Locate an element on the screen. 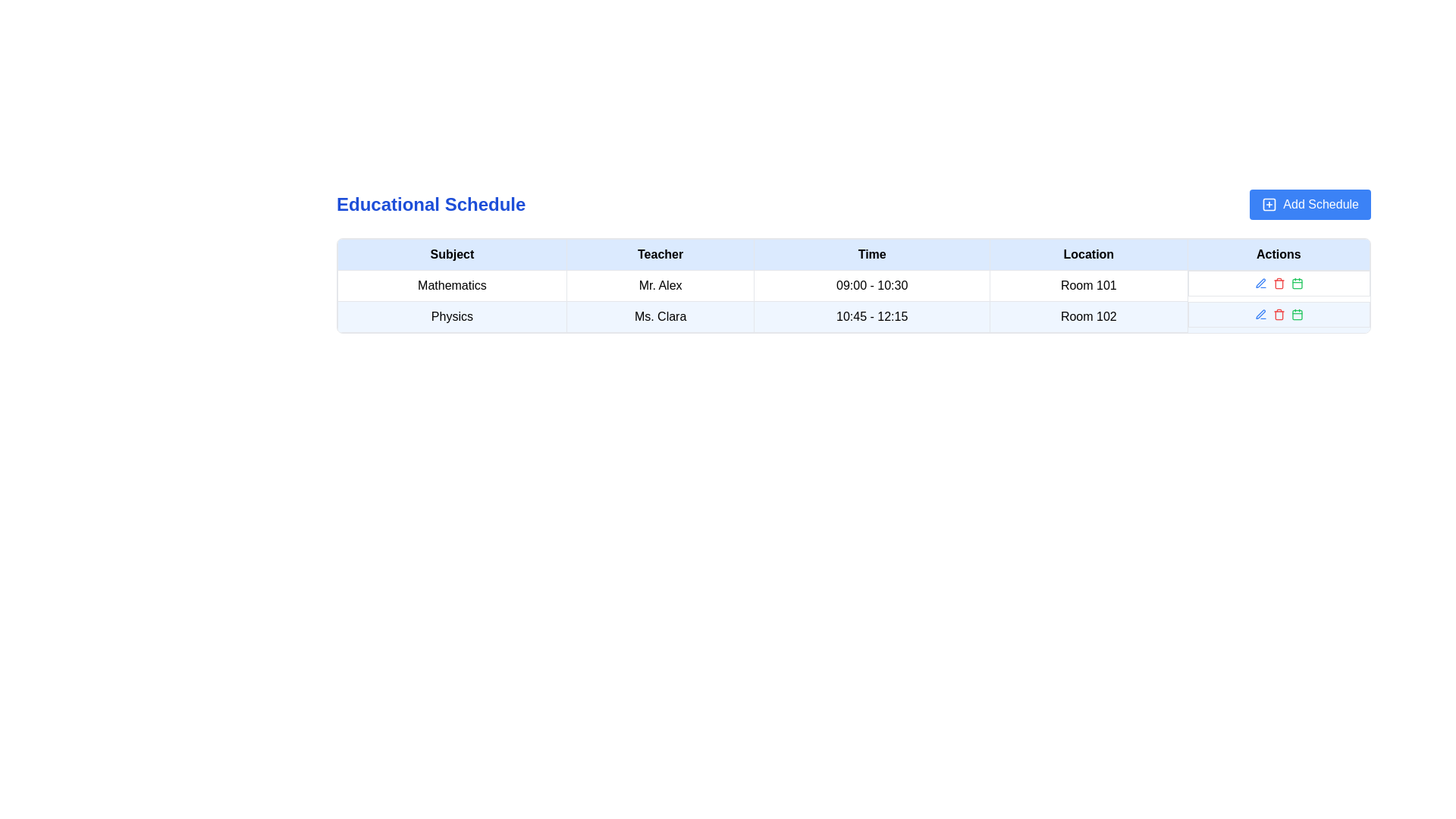  the time slot information displayed in the text label showing '10:45 - 12:15' within the Physics table row is located at coordinates (872, 315).